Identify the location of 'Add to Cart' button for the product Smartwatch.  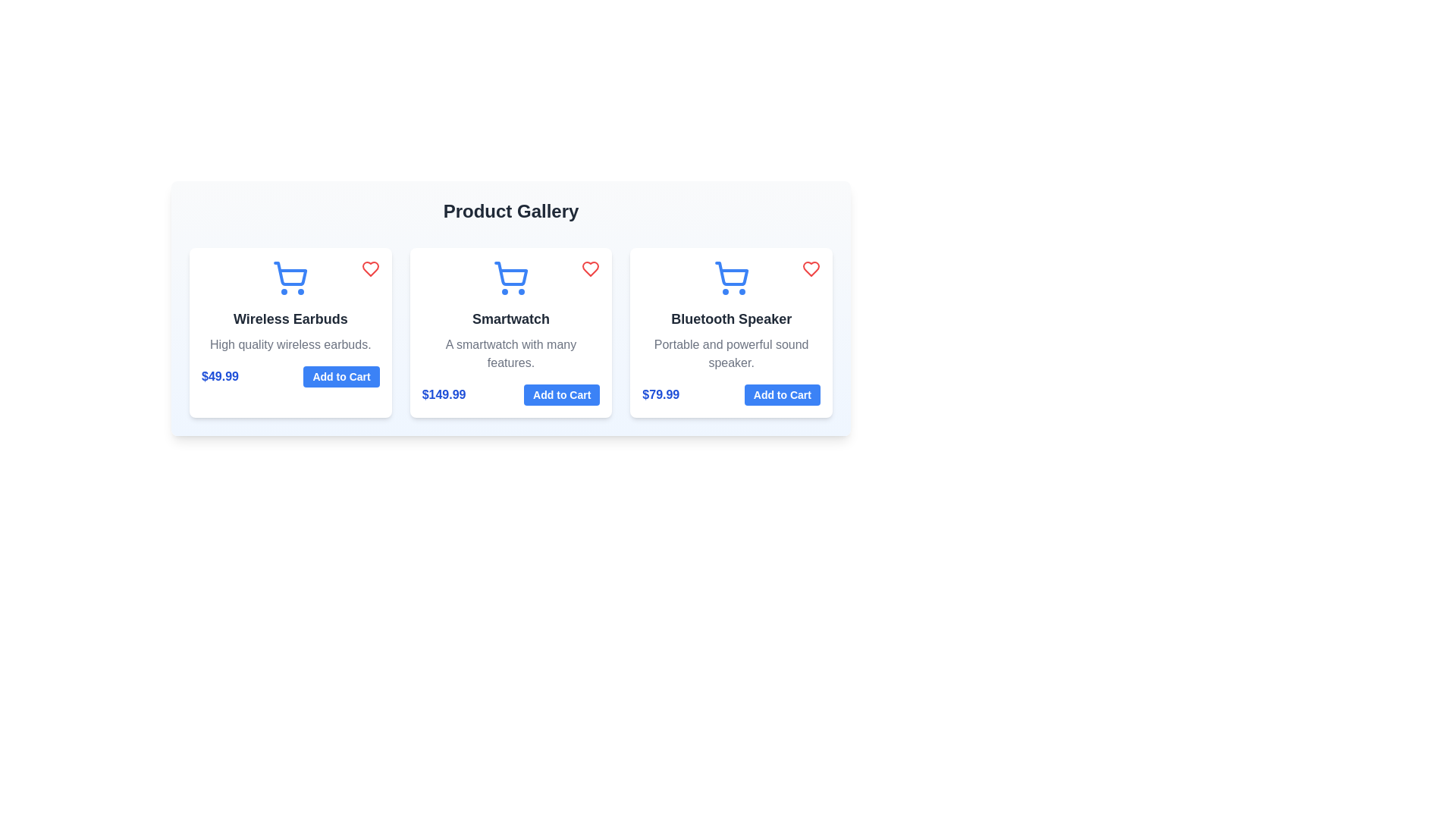
(561, 394).